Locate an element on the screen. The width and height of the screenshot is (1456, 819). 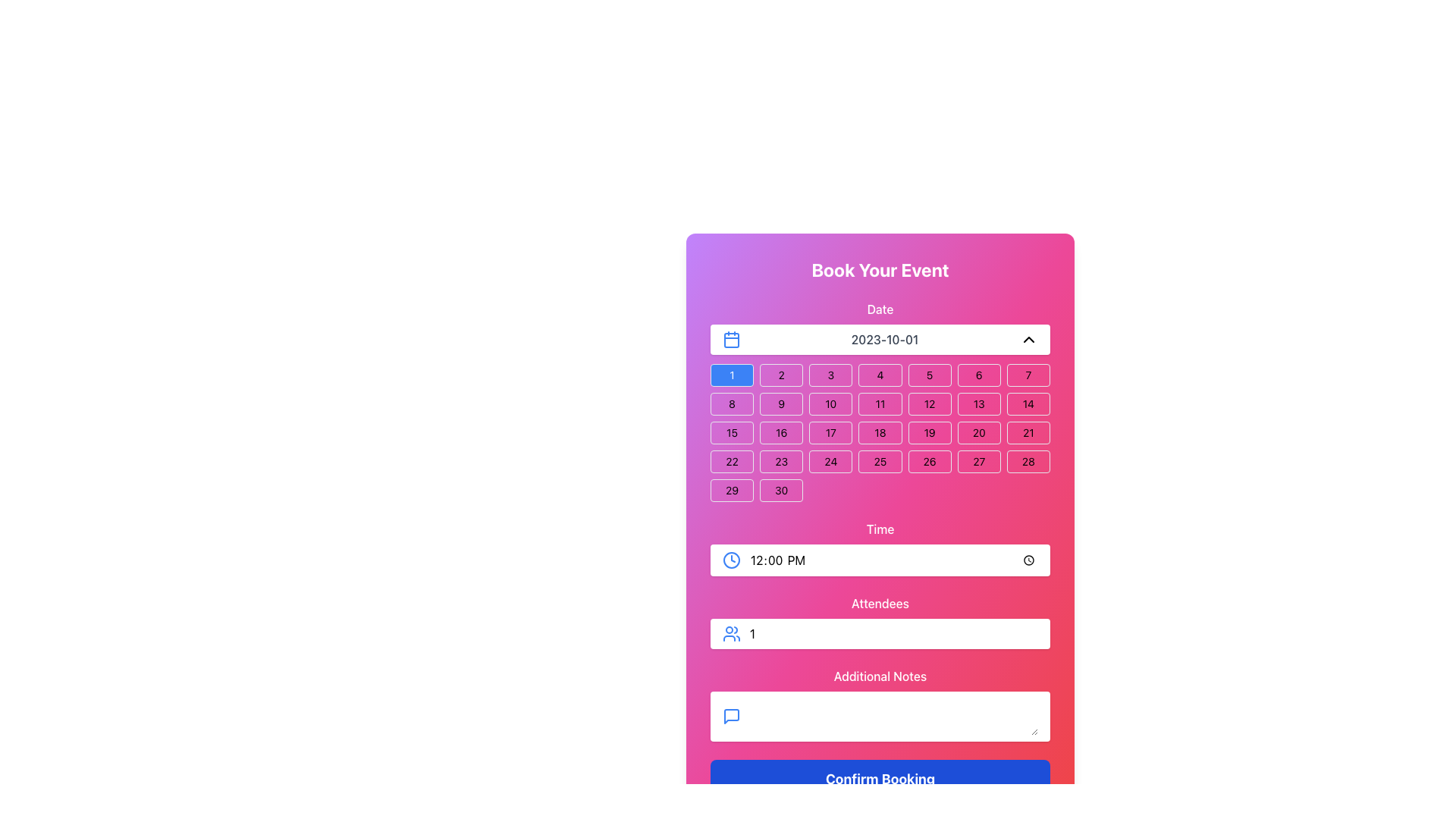
the pink button labeled '2' is located at coordinates (781, 375).